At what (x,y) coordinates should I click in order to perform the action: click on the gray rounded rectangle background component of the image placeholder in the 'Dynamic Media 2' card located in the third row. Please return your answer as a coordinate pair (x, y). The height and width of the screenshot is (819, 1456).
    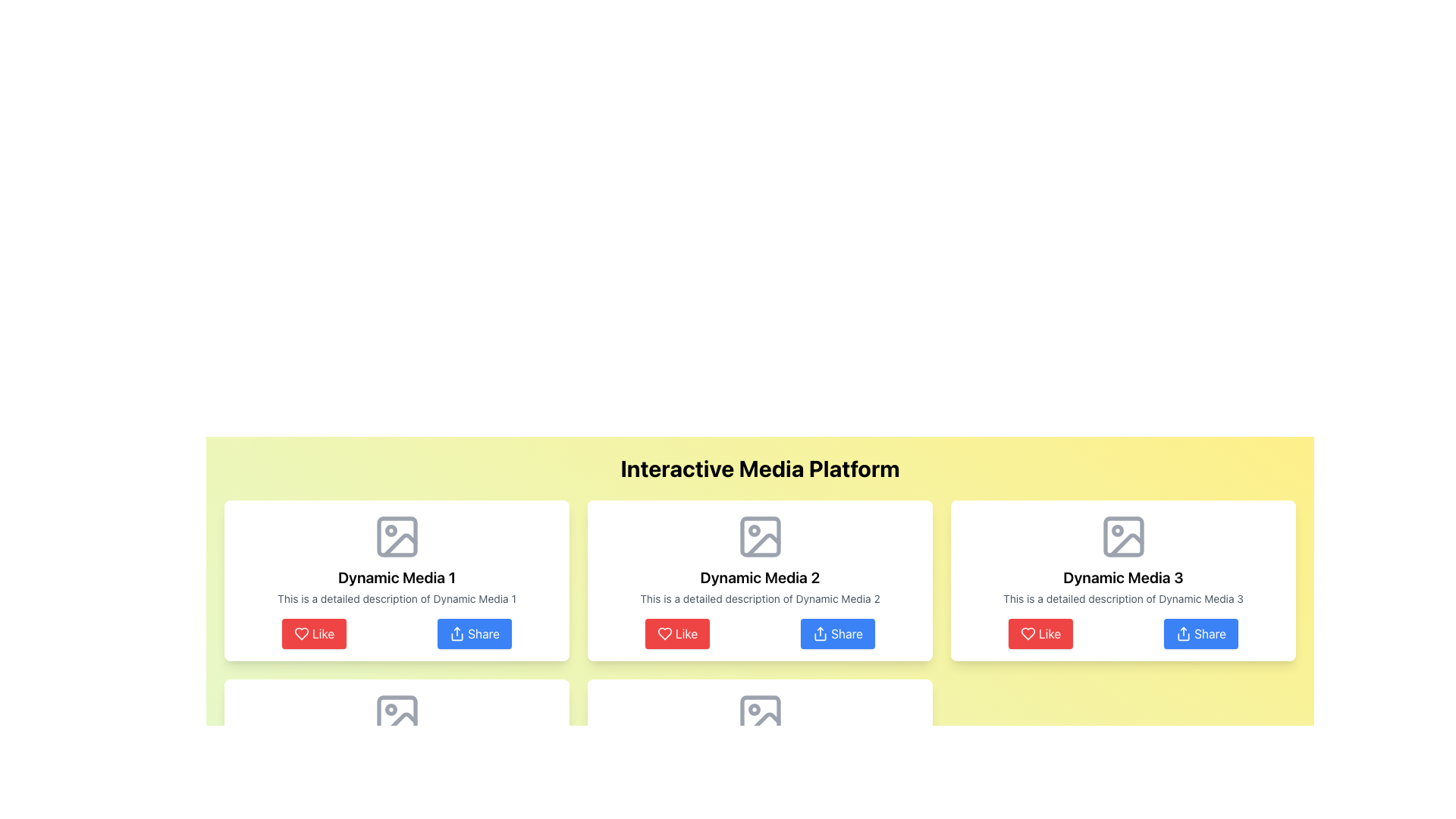
    Looking at the image, I should click on (760, 716).